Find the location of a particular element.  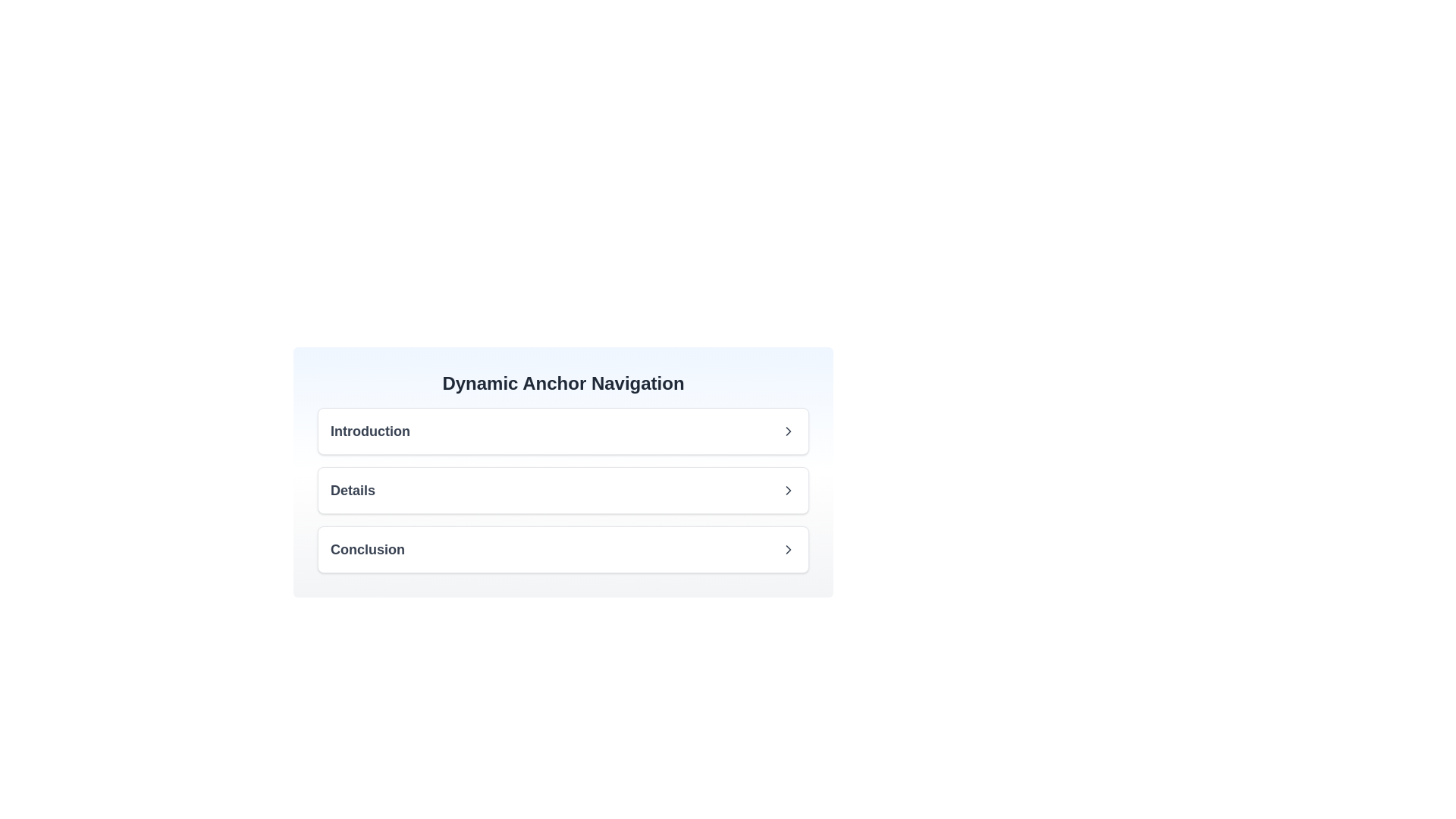

the prominently displayed text block styled with bold, large-size font in dark gray color that reads 'Dynamic Anchor Navigation,' located at the top of a card-like layout is located at coordinates (563, 382).